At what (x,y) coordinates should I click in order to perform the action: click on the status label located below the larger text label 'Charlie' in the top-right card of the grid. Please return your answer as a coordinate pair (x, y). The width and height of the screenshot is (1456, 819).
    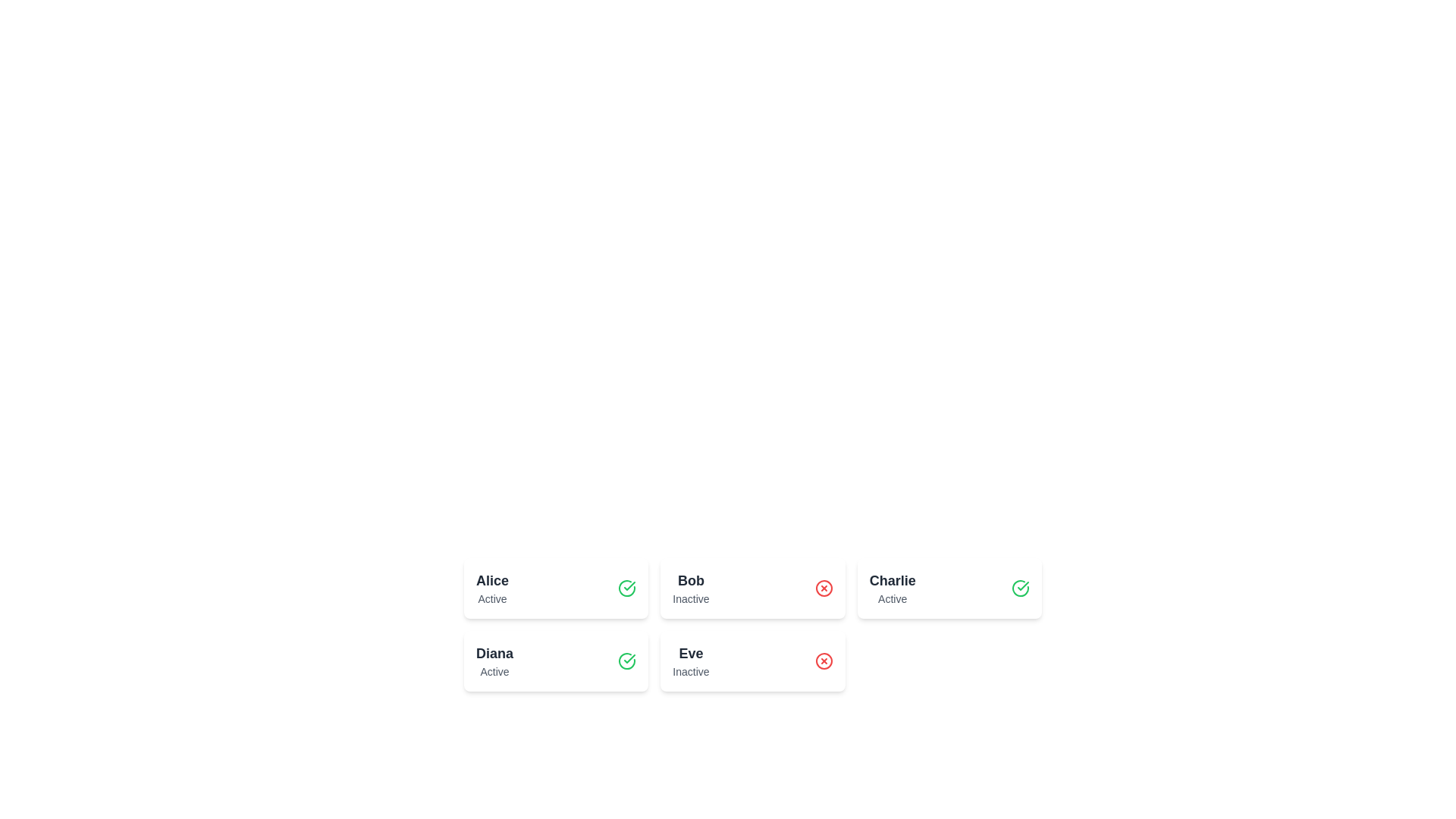
    Looking at the image, I should click on (893, 598).